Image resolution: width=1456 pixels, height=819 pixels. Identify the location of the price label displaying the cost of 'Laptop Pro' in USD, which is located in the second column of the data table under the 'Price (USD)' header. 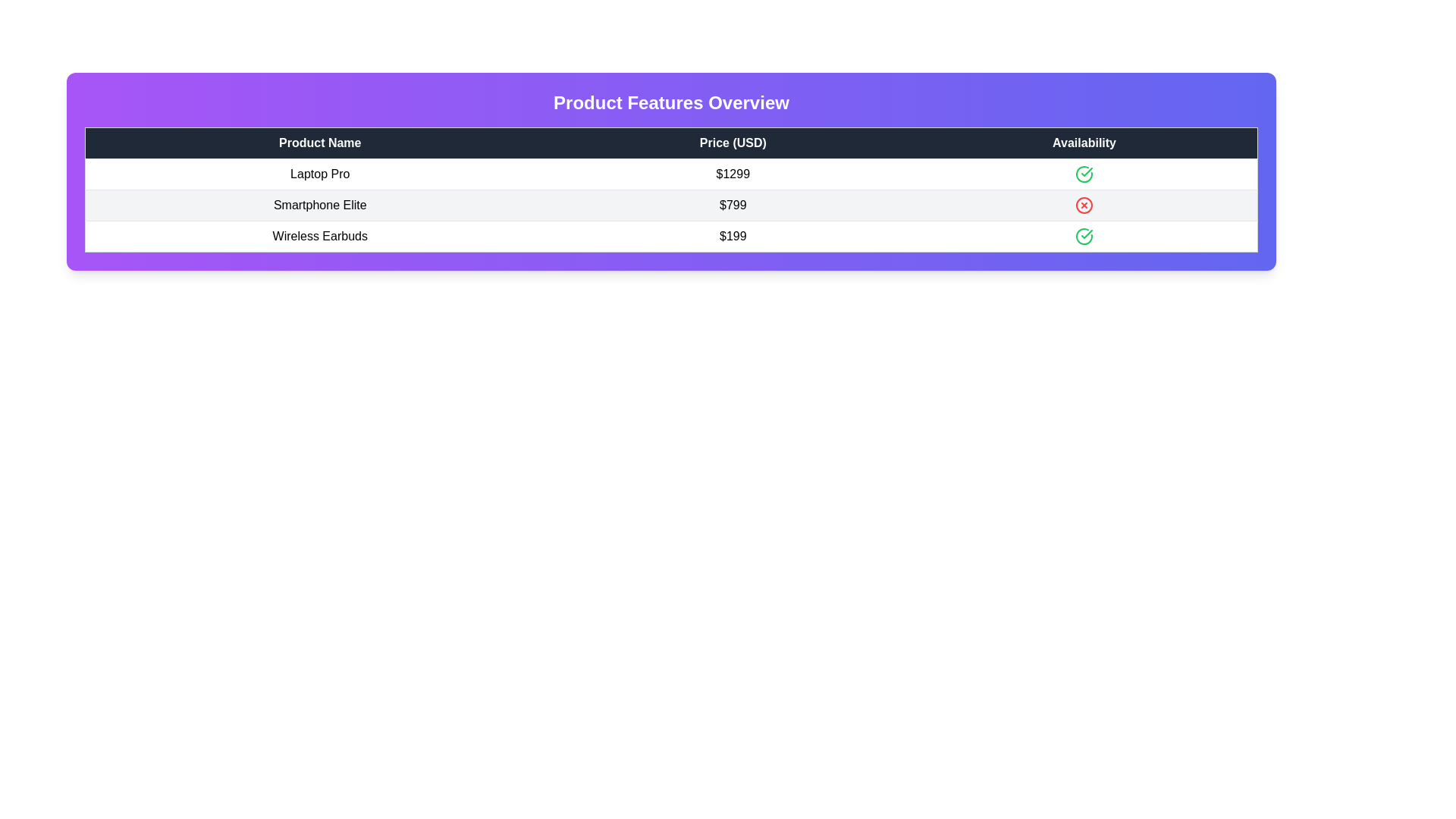
(733, 174).